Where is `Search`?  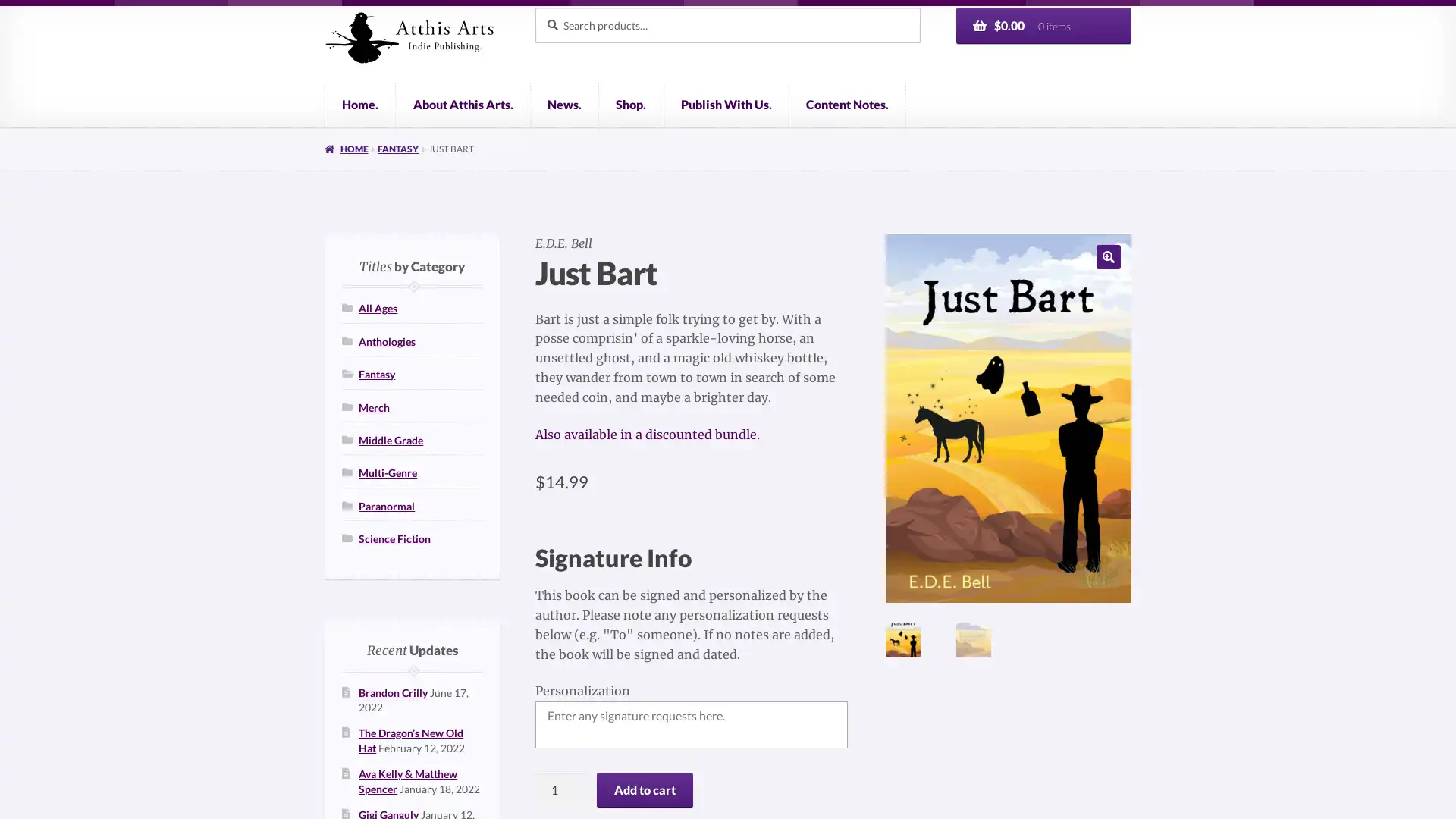 Search is located at coordinates (534, 6).